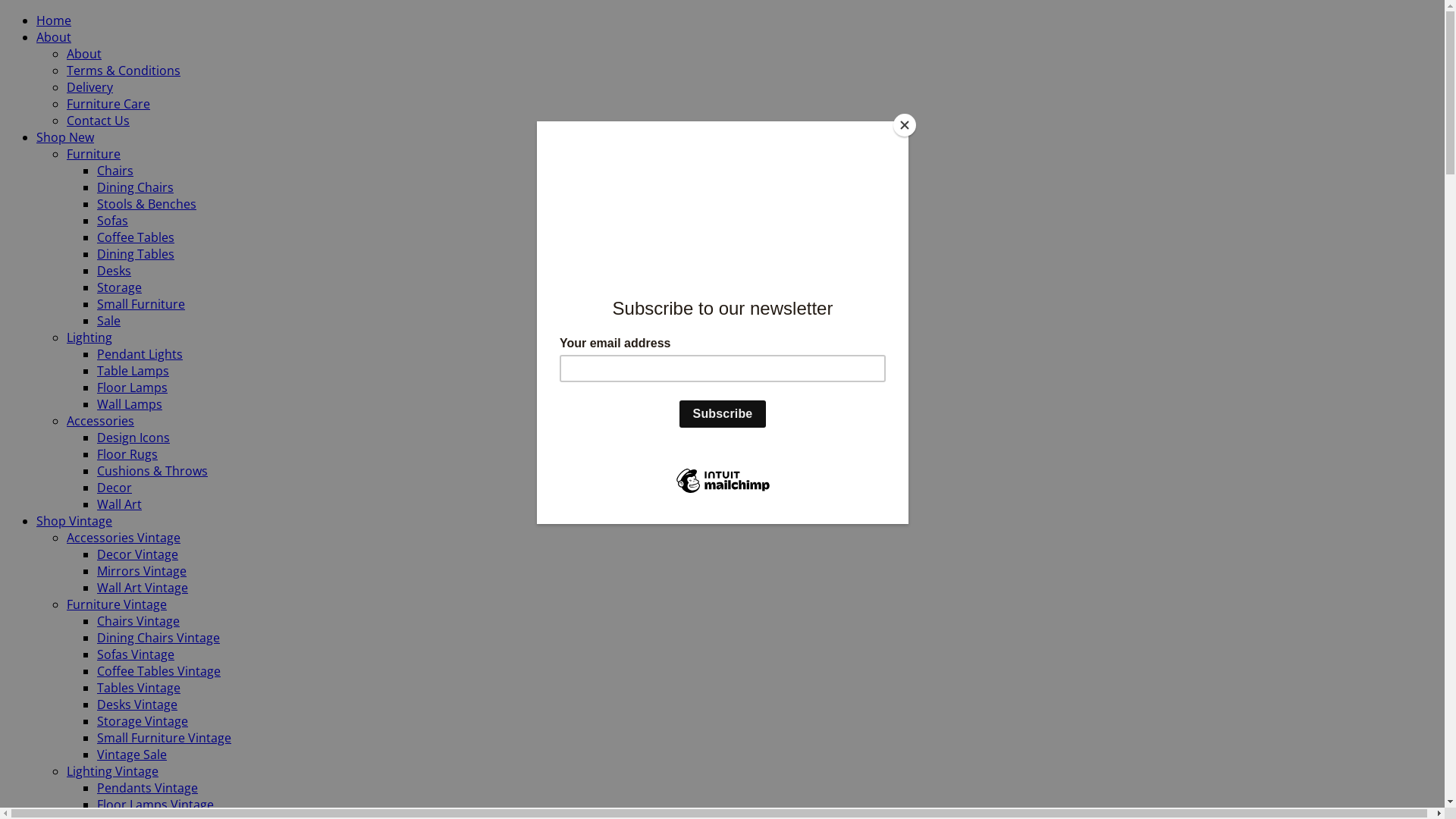  Describe the element at coordinates (164, 736) in the screenshot. I see `'Small Furniture Vintage'` at that location.